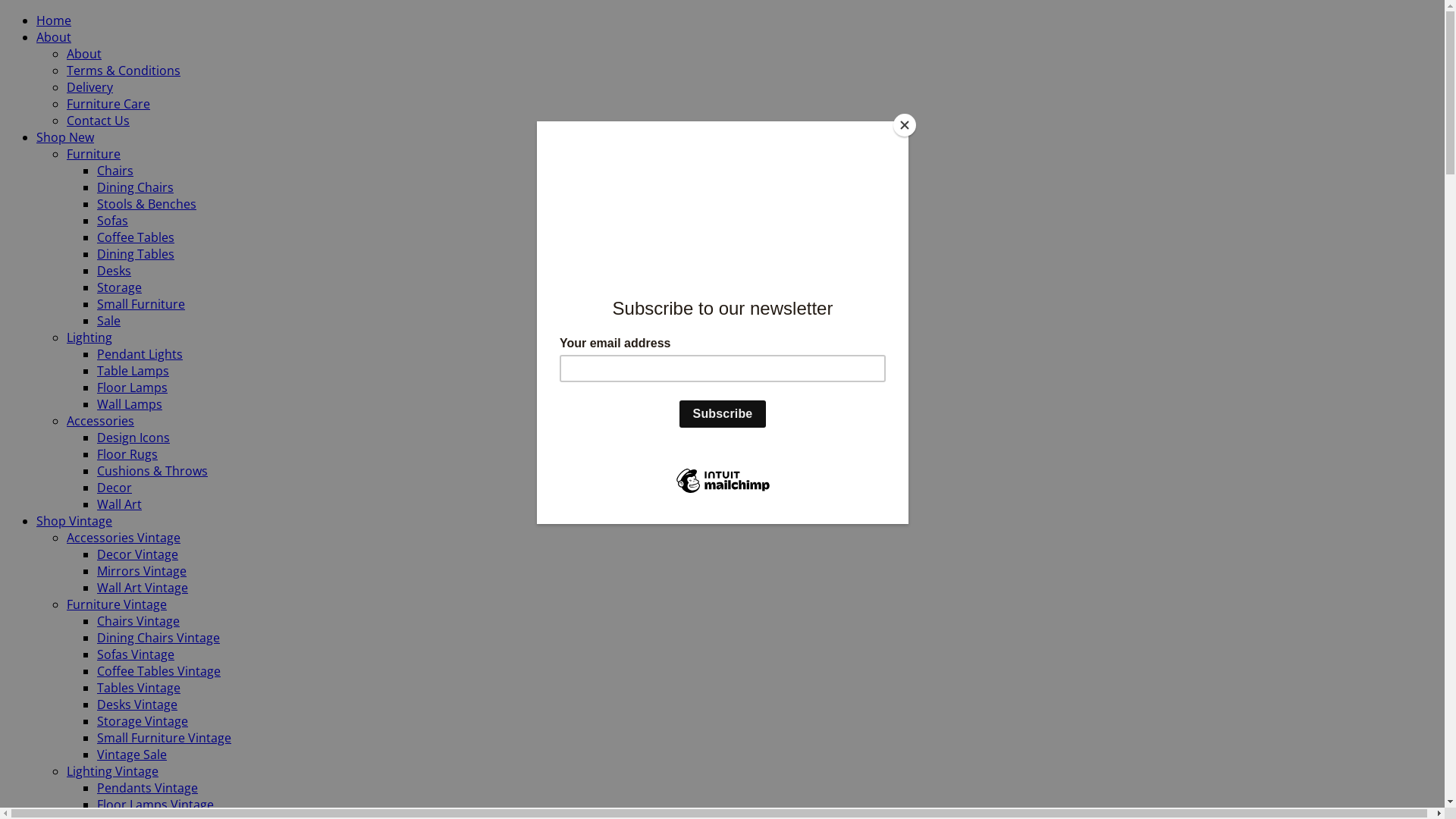  Describe the element at coordinates (164, 736) in the screenshot. I see `'Small Furniture Vintage'` at that location.